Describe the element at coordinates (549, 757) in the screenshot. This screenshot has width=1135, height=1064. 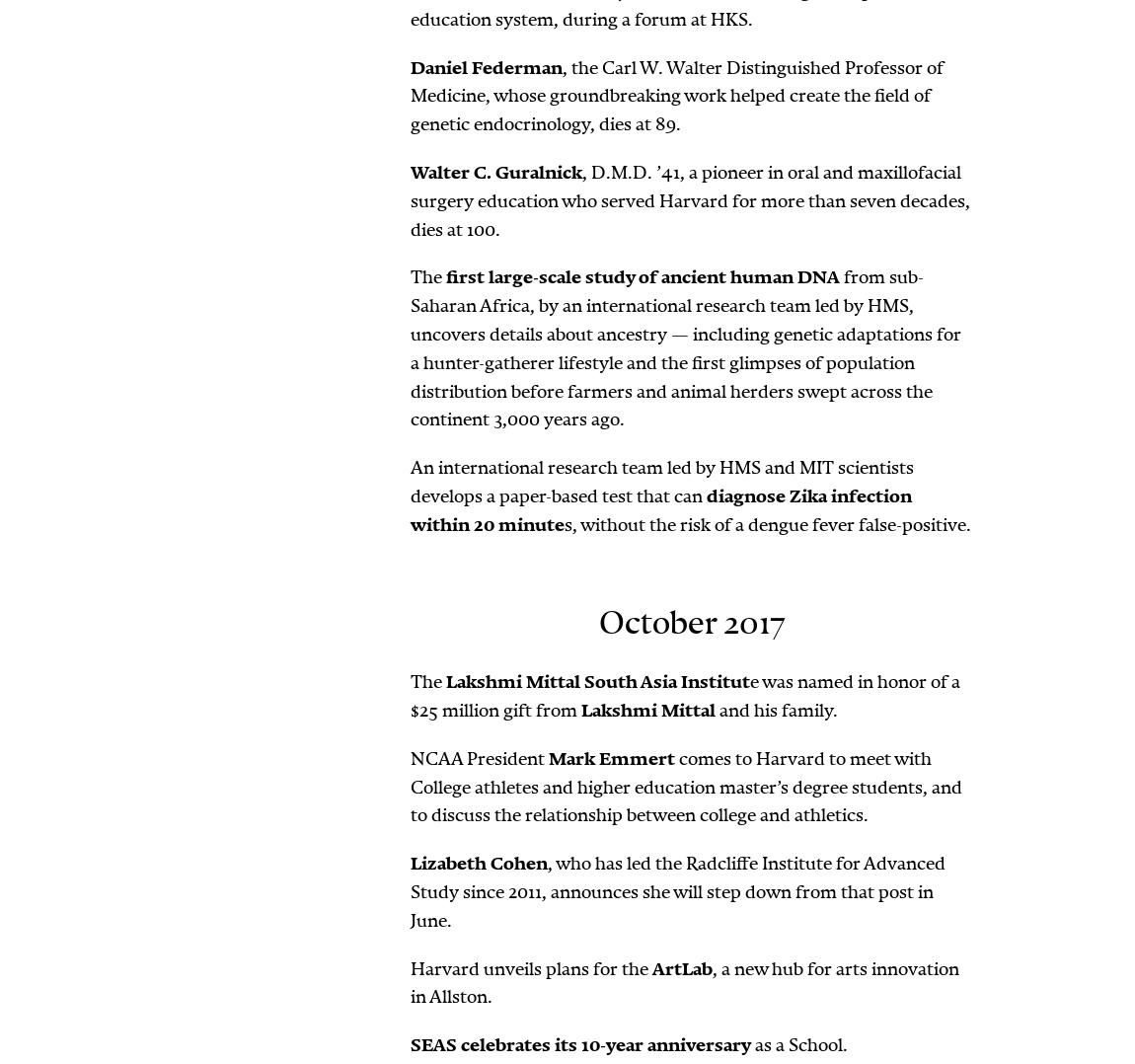
I see `'Mark Emmert'` at that location.